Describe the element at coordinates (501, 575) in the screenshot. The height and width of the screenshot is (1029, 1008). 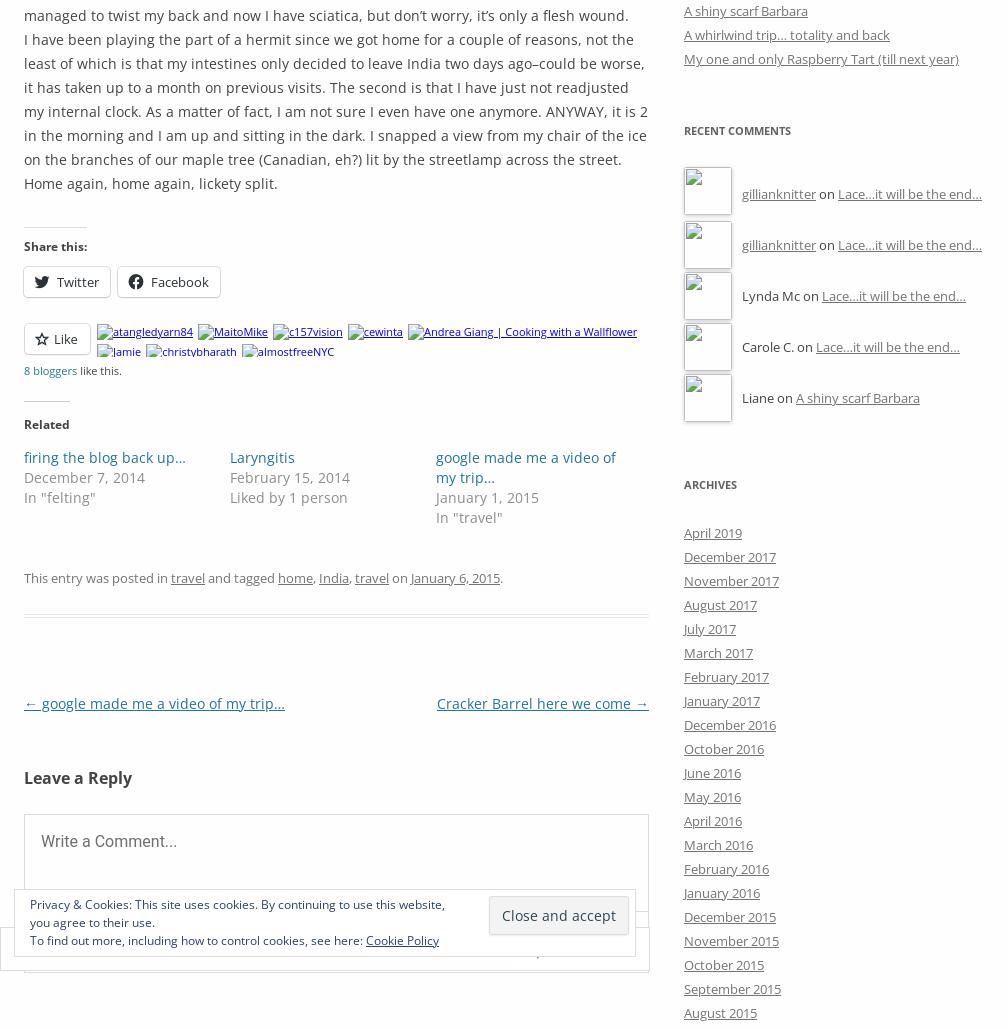
I see `'.'` at that location.